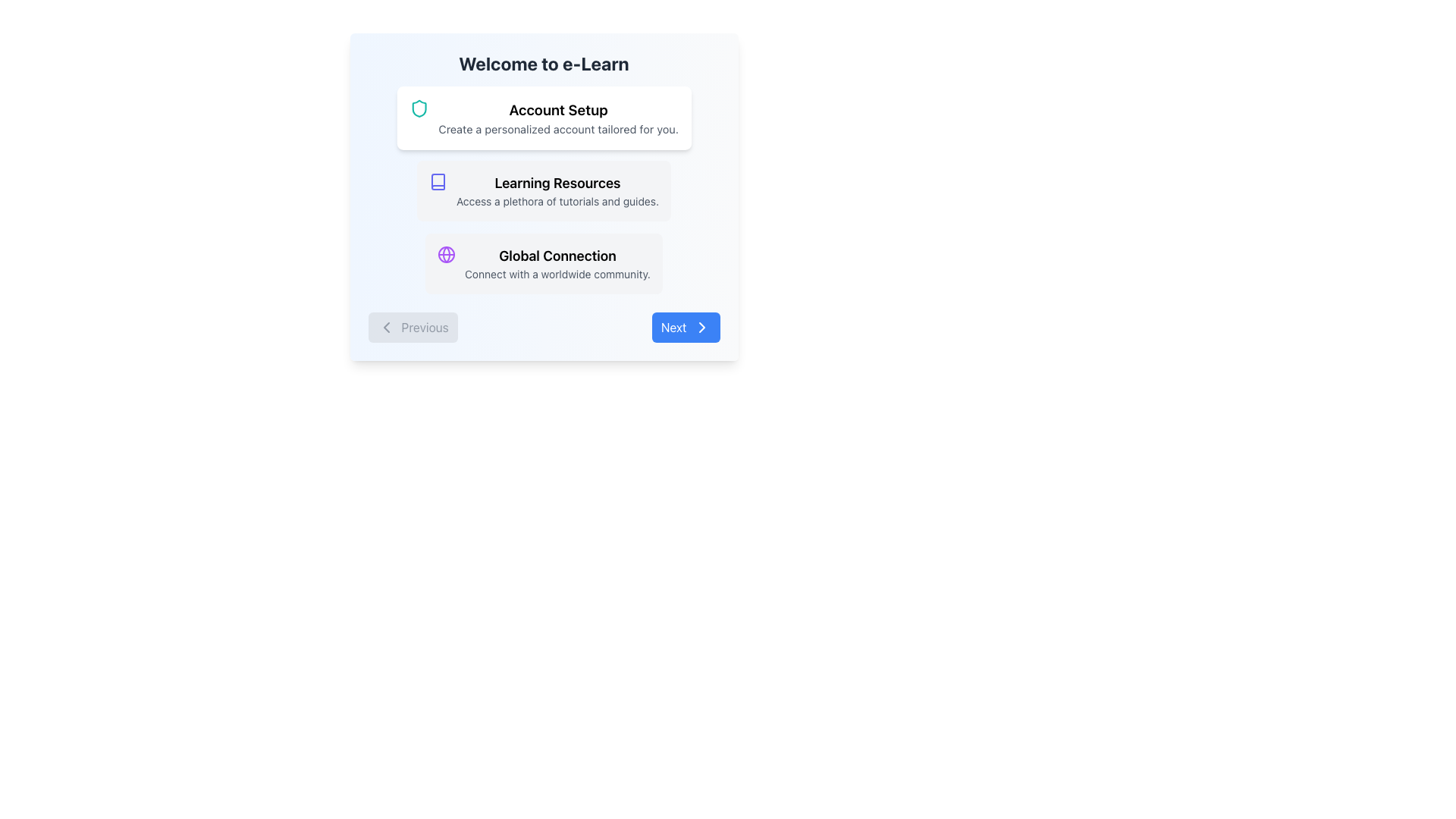 Image resolution: width=1456 pixels, height=819 pixels. What do you see at coordinates (386, 327) in the screenshot?
I see `the 'Previous' button, which includes a leftward chevron icon positioned to the left of the text 'Previous,' located at the bottom-left corner of the central card` at bounding box center [386, 327].